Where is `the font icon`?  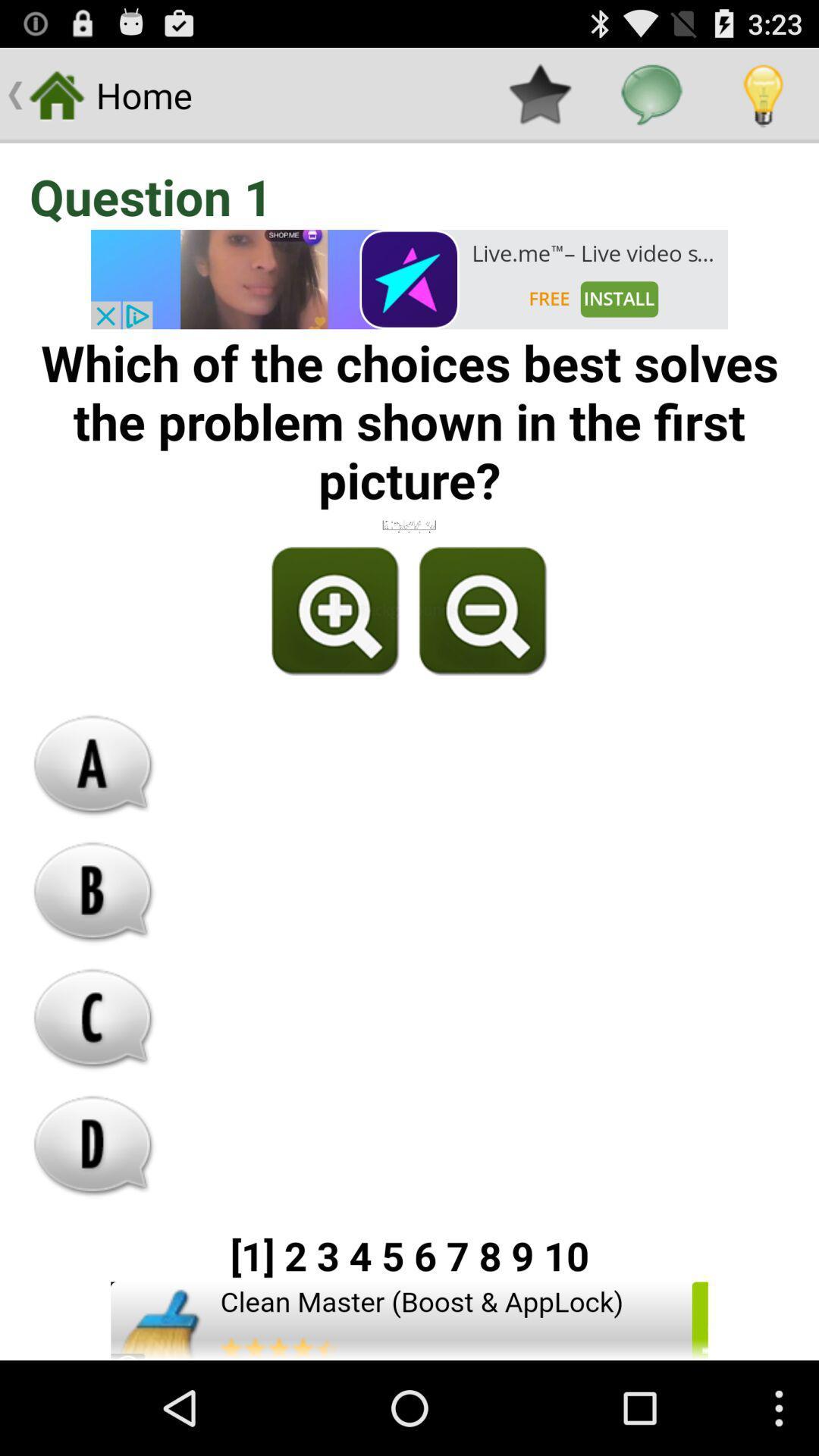
the font icon is located at coordinates (93, 818).